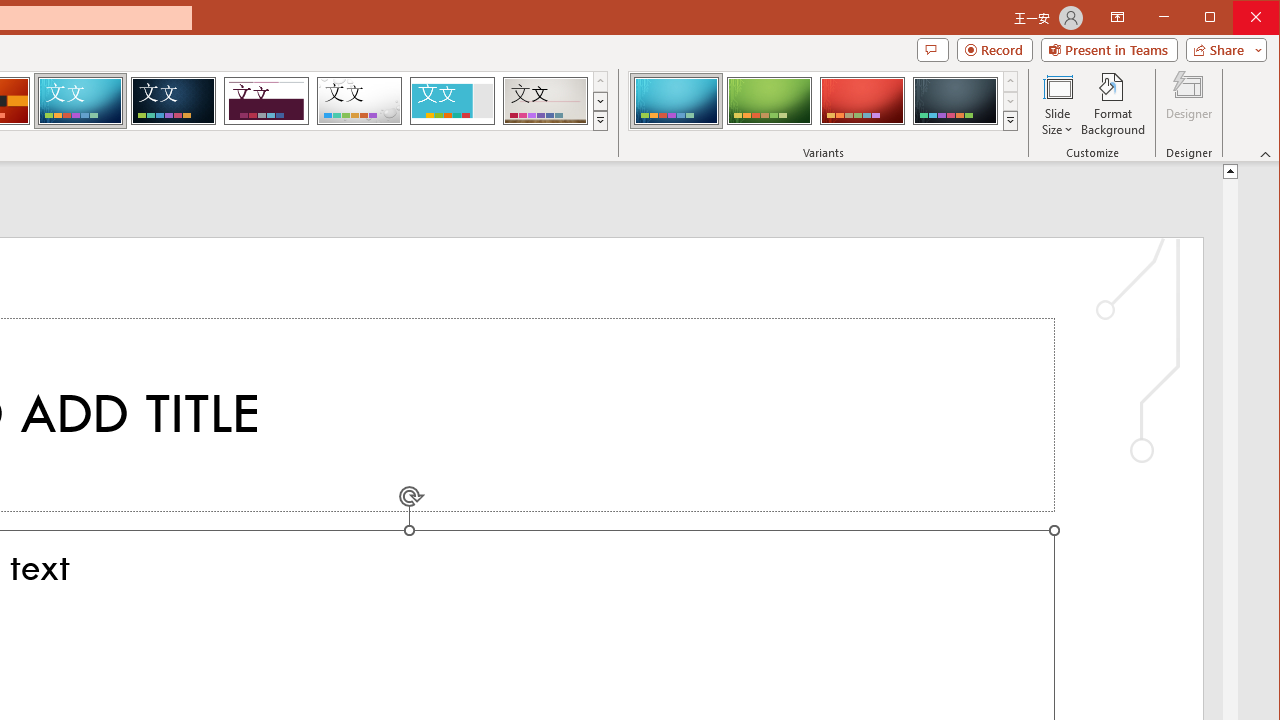 The height and width of the screenshot is (720, 1280). I want to click on 'Close', so click(1260, 19).